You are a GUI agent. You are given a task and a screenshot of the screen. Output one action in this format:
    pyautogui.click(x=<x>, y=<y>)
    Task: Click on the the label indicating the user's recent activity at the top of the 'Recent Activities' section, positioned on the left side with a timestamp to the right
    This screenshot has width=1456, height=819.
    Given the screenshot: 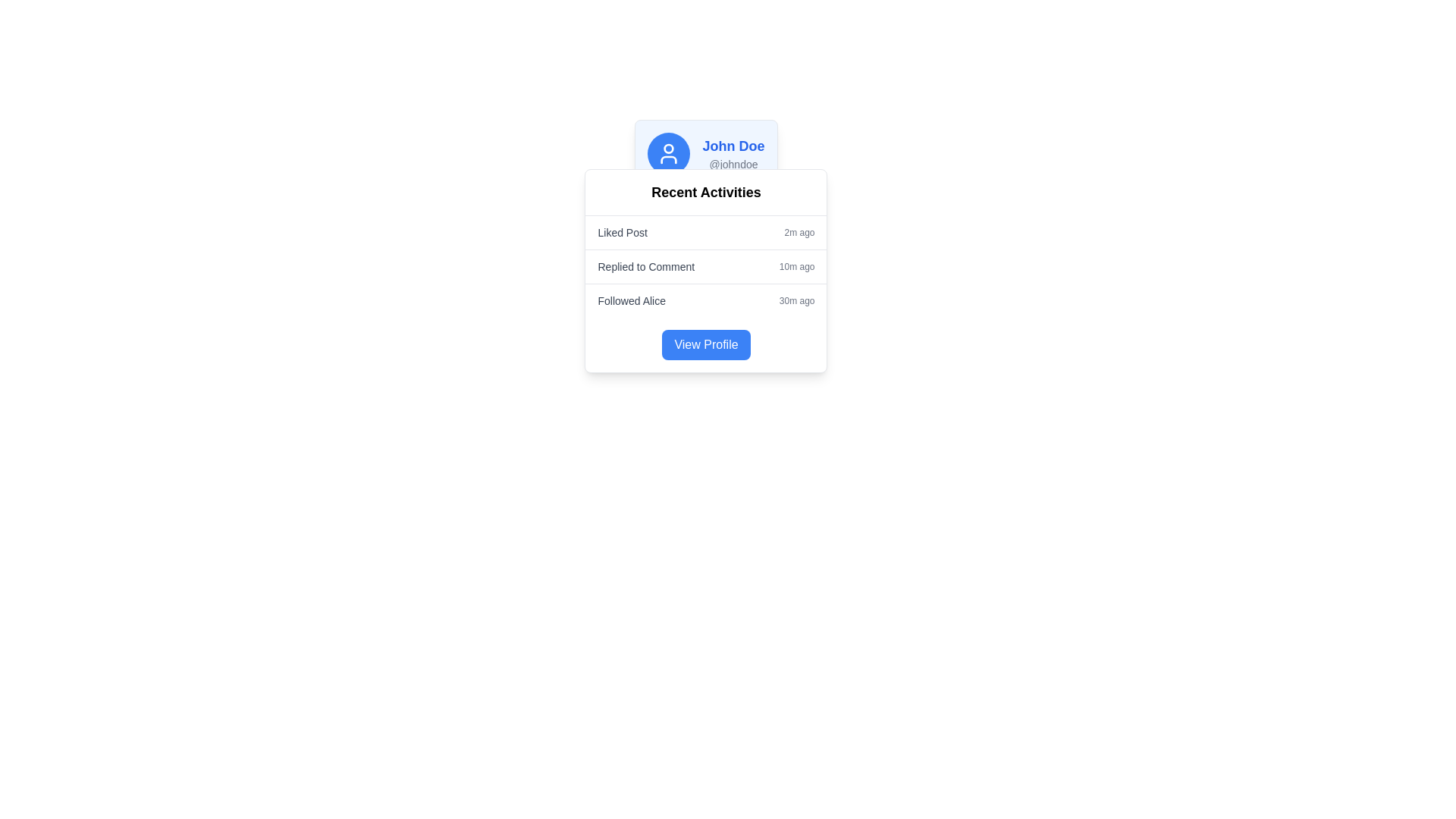 What is the action you would take?
    pyautogui.click(x=623, y=233)
    